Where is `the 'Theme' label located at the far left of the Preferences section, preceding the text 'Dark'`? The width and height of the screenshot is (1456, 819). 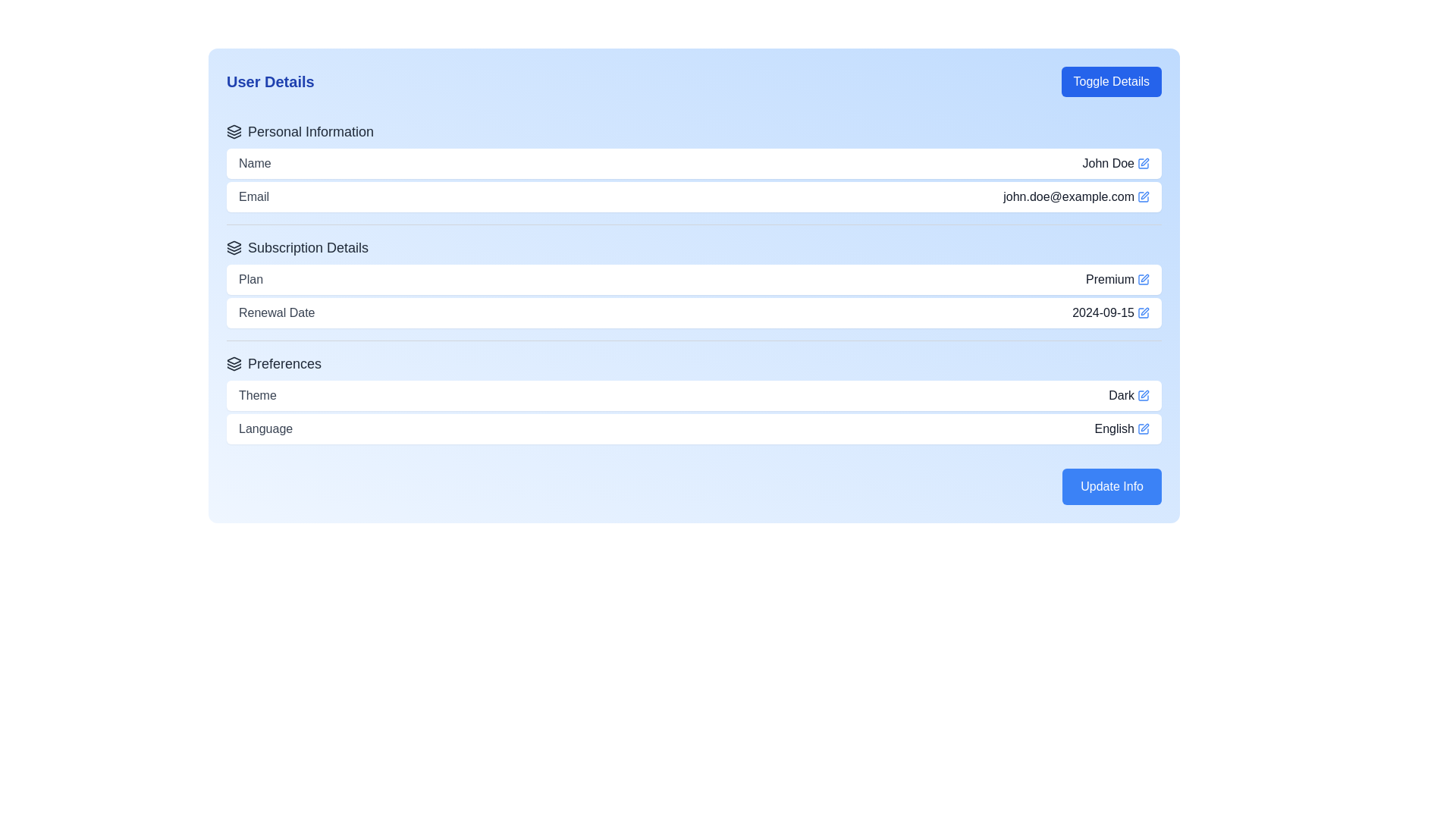
the 'Theme' label located at the far left of the Preferences section, preceding the text 'Dark' is located at coordinates (257, 394).